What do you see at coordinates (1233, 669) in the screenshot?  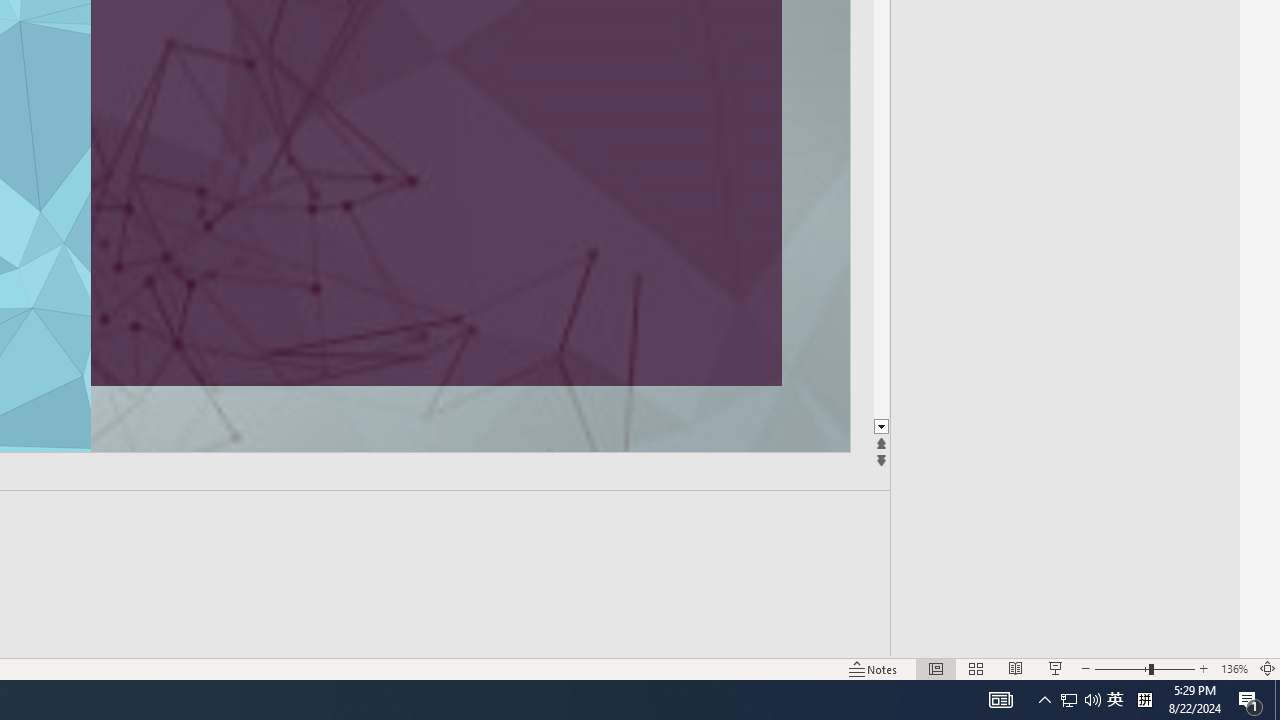 I see `'Zoom 136%'` at bounding box center [1233, 669].